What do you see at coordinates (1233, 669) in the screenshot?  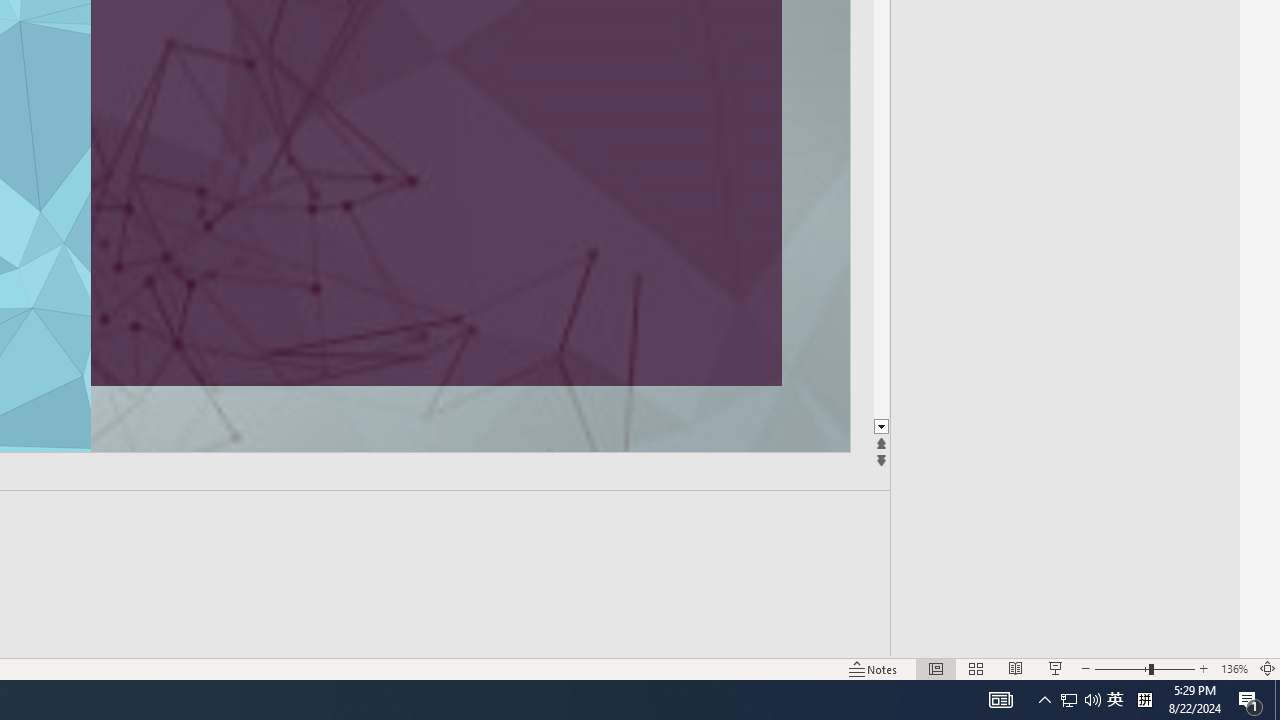 I see `'Zoom 136%'` at bounding box center [1233, 669].